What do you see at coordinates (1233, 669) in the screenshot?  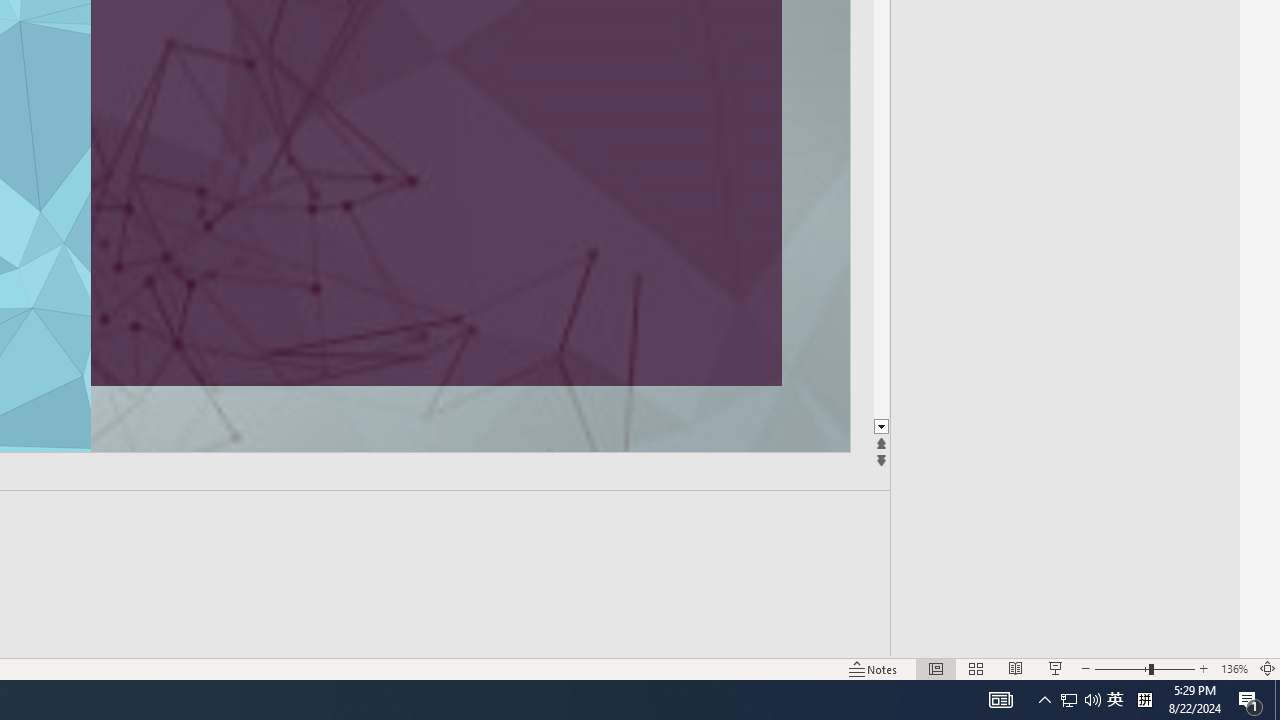 I see `'Zoom 136%'` at bounding box center [1233, 669].